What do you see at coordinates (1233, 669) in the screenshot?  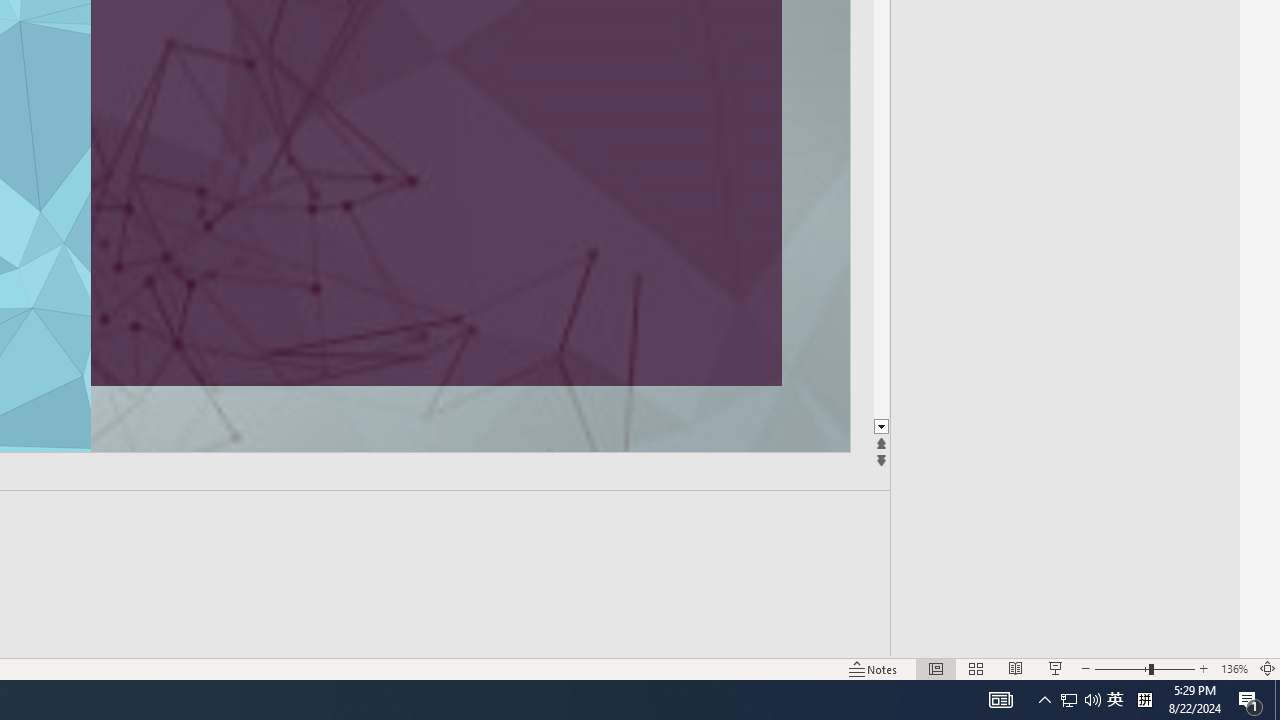 I see `'Zoom 136%'` at bounding box center [1233, 669].